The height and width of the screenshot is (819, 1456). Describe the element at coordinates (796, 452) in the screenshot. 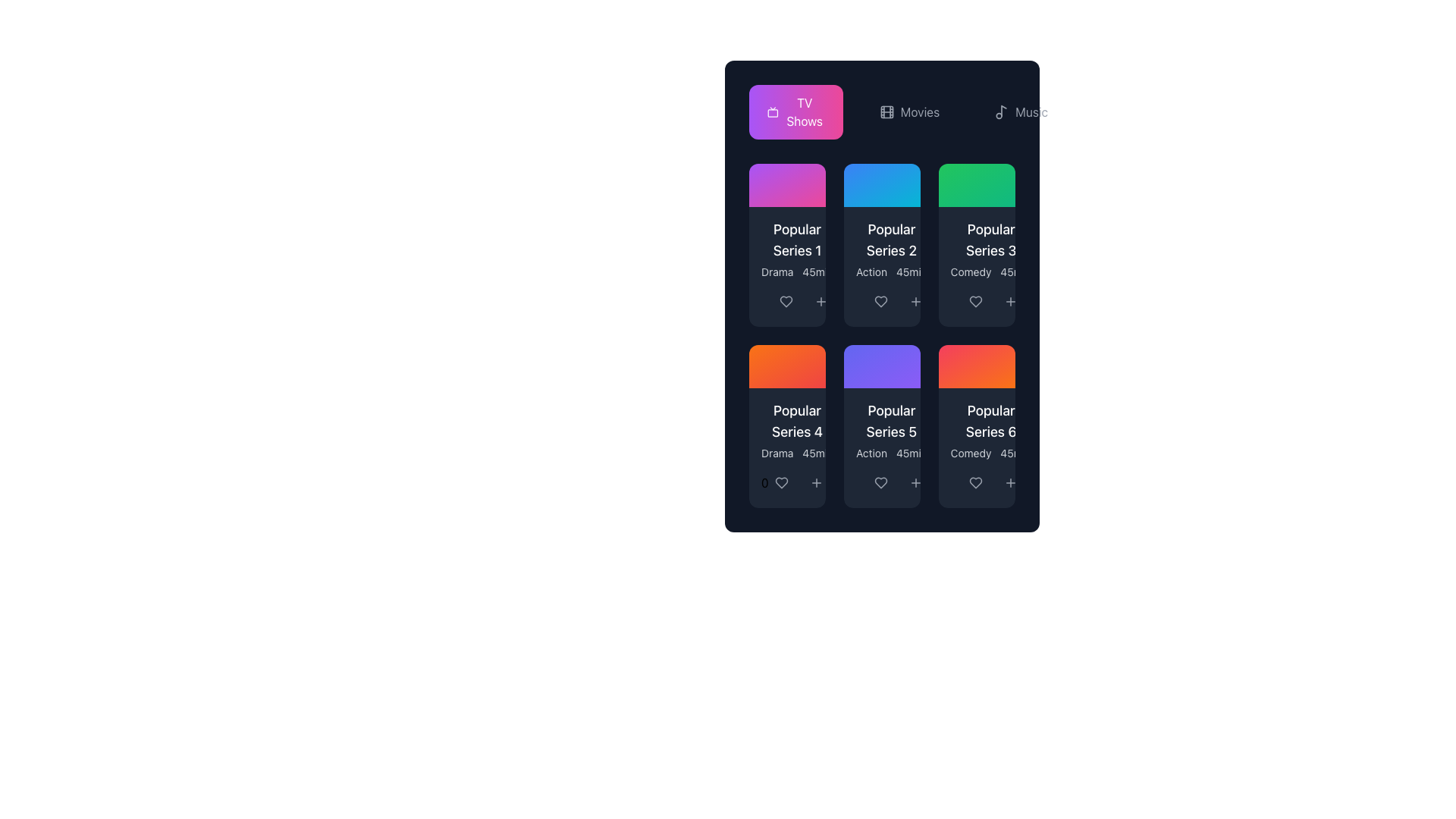

I see `the text label 'Drama · 45min' styled in a smaller, gray font, located beneath the title 'Popular Series 4' in the bottom-left section of the main card` at that location.